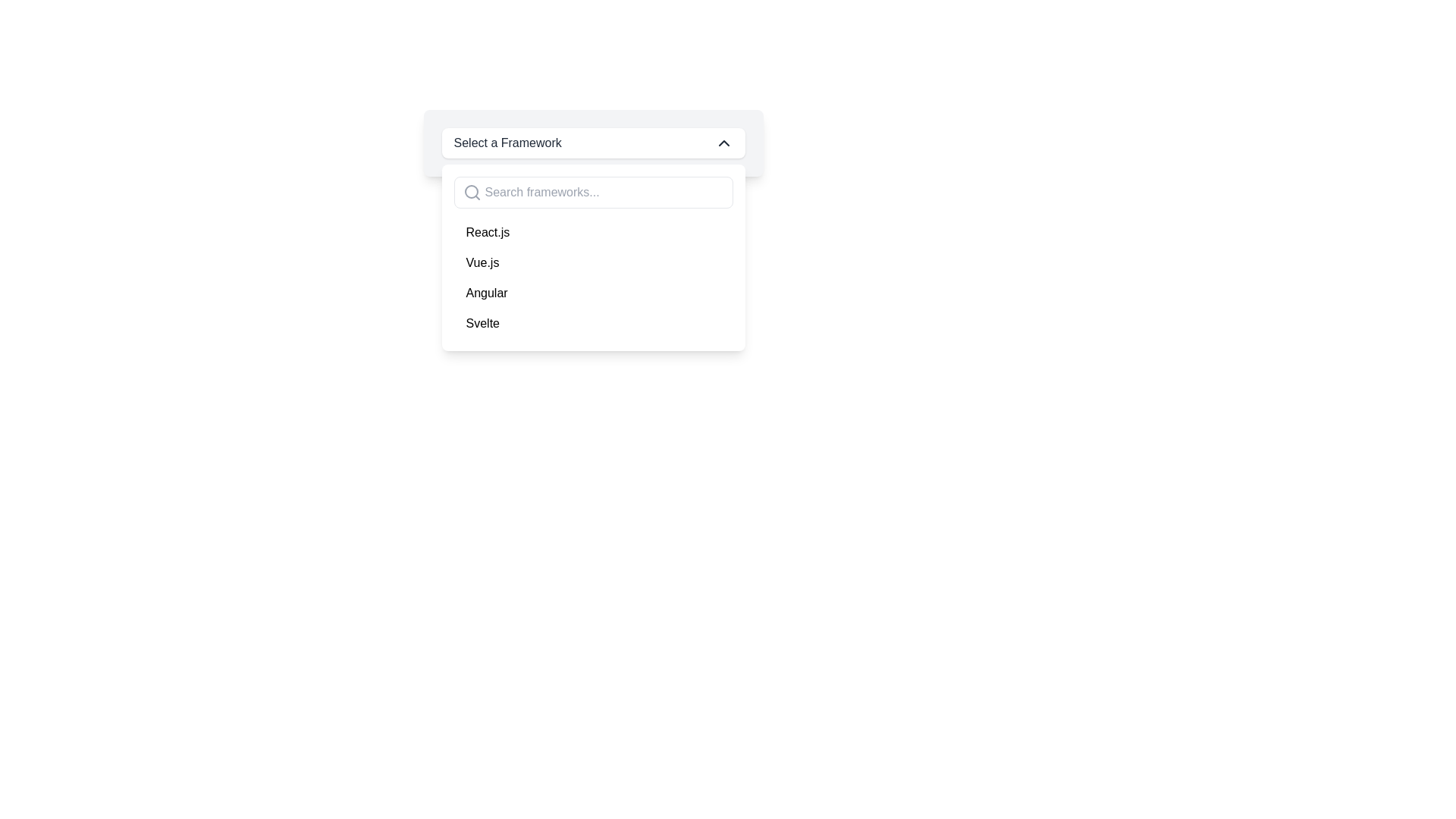 The width and height of the screenshot is (1456, 819). I want to click on the 'Vue.js' dropdown menu item, so click(482, 262).